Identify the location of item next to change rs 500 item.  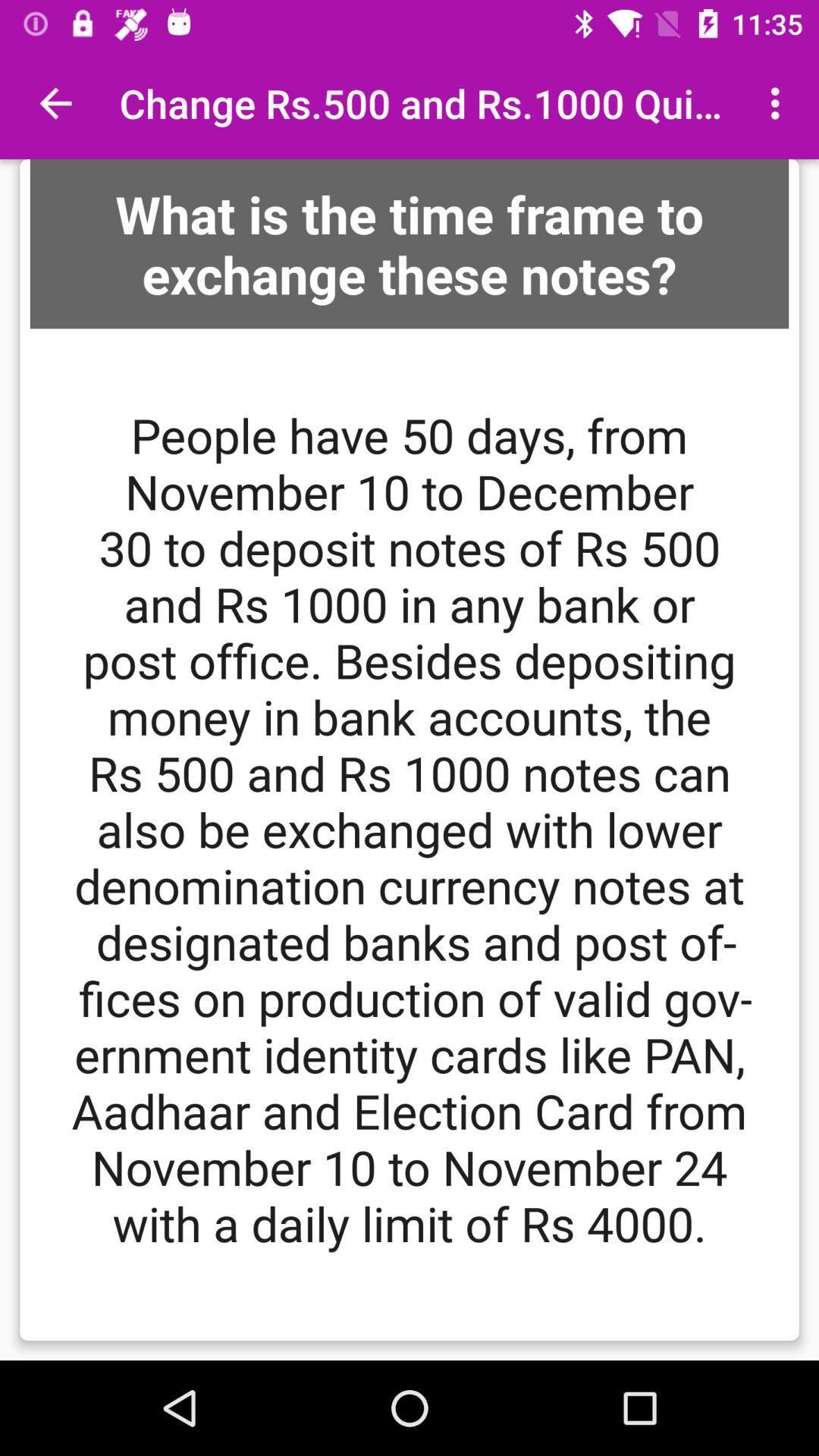
(779, 102).